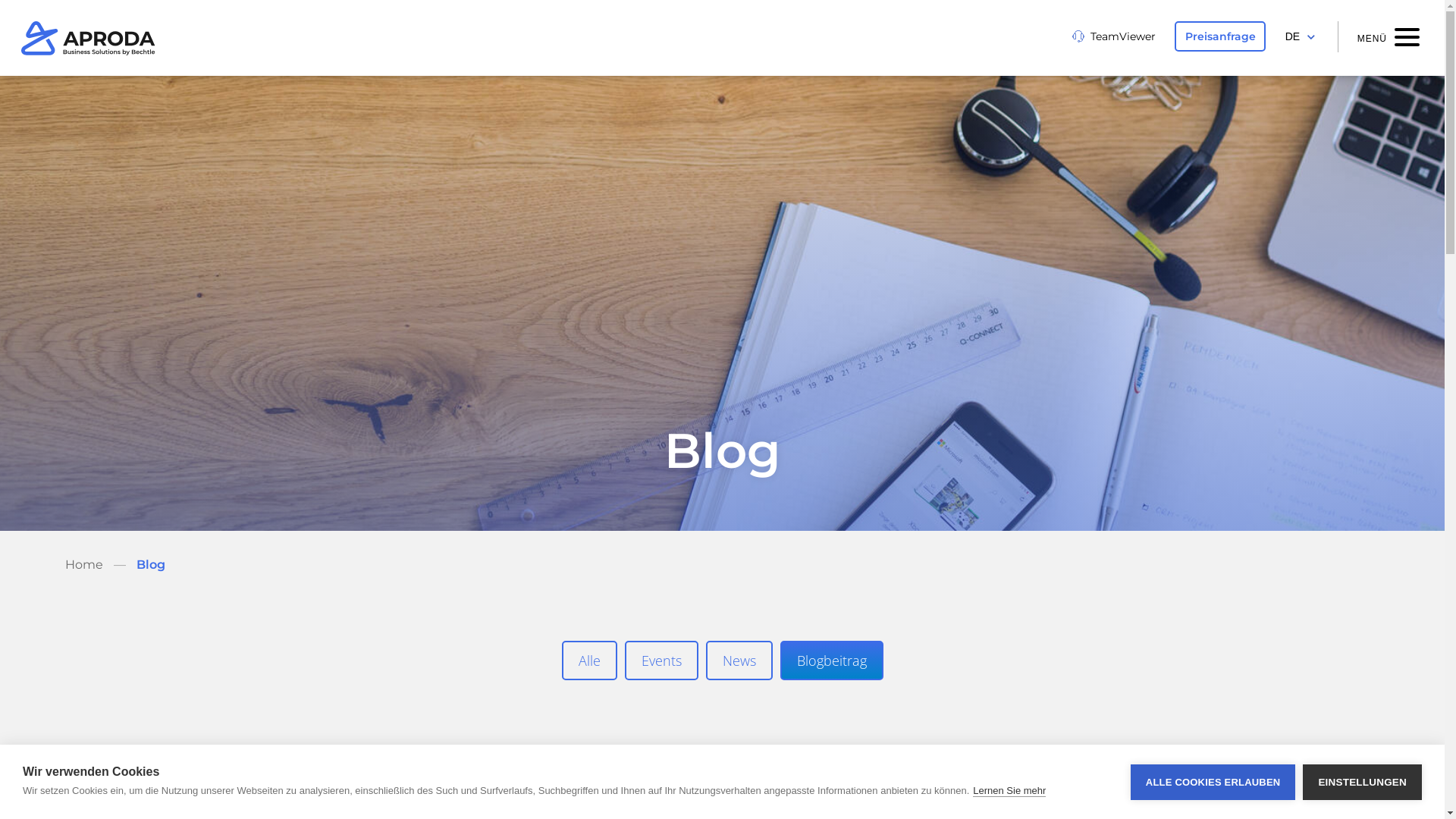 This screenshot has height=819, width=1456. Describe the element at coordinates (704, 660) in the screenshot. I see `'News'` at that location.